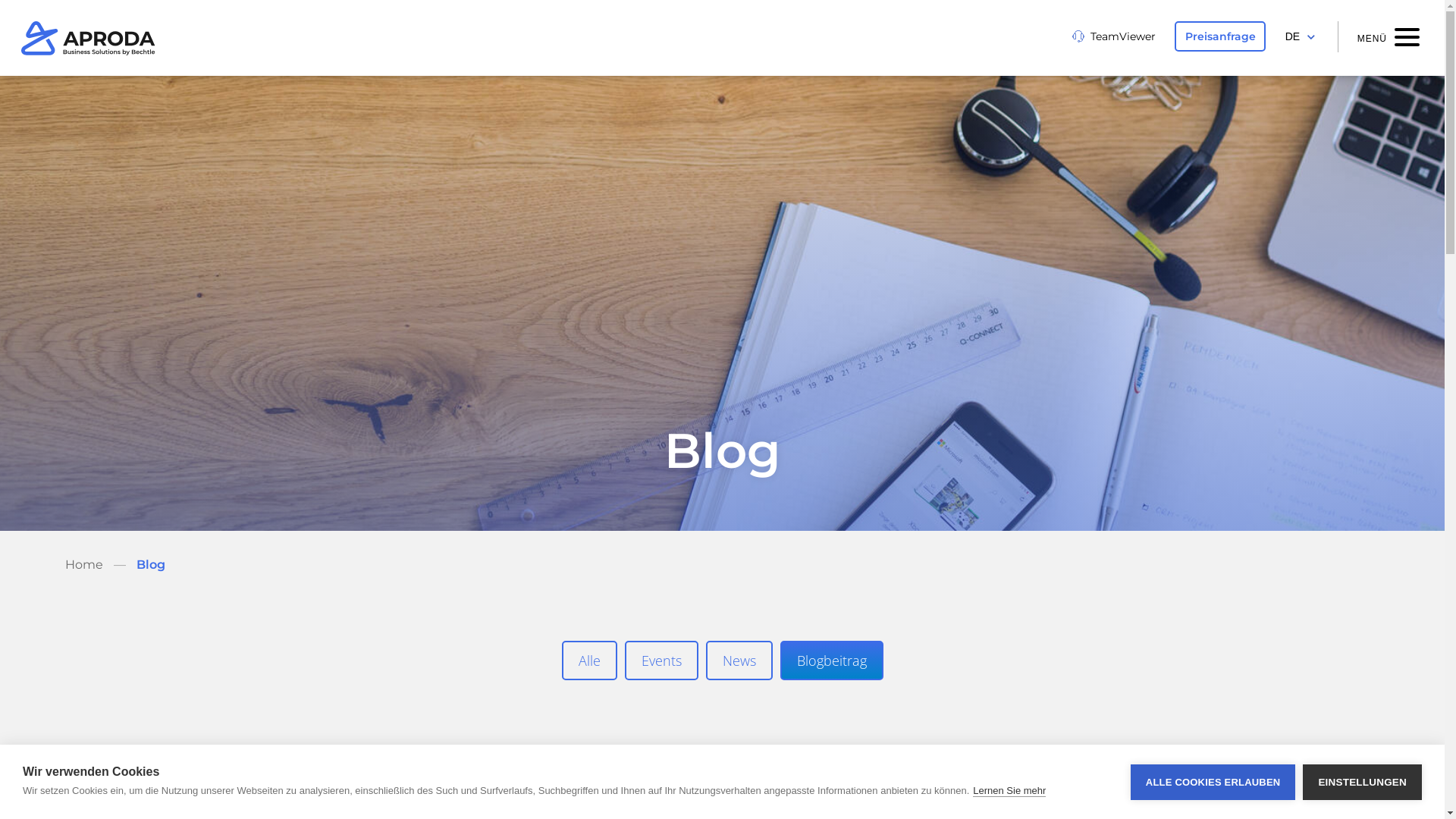 This screenshot has height=819, width=1456. Describe the element at coordinates (704, 660) in the screenshot. I see `'News'` at that location.